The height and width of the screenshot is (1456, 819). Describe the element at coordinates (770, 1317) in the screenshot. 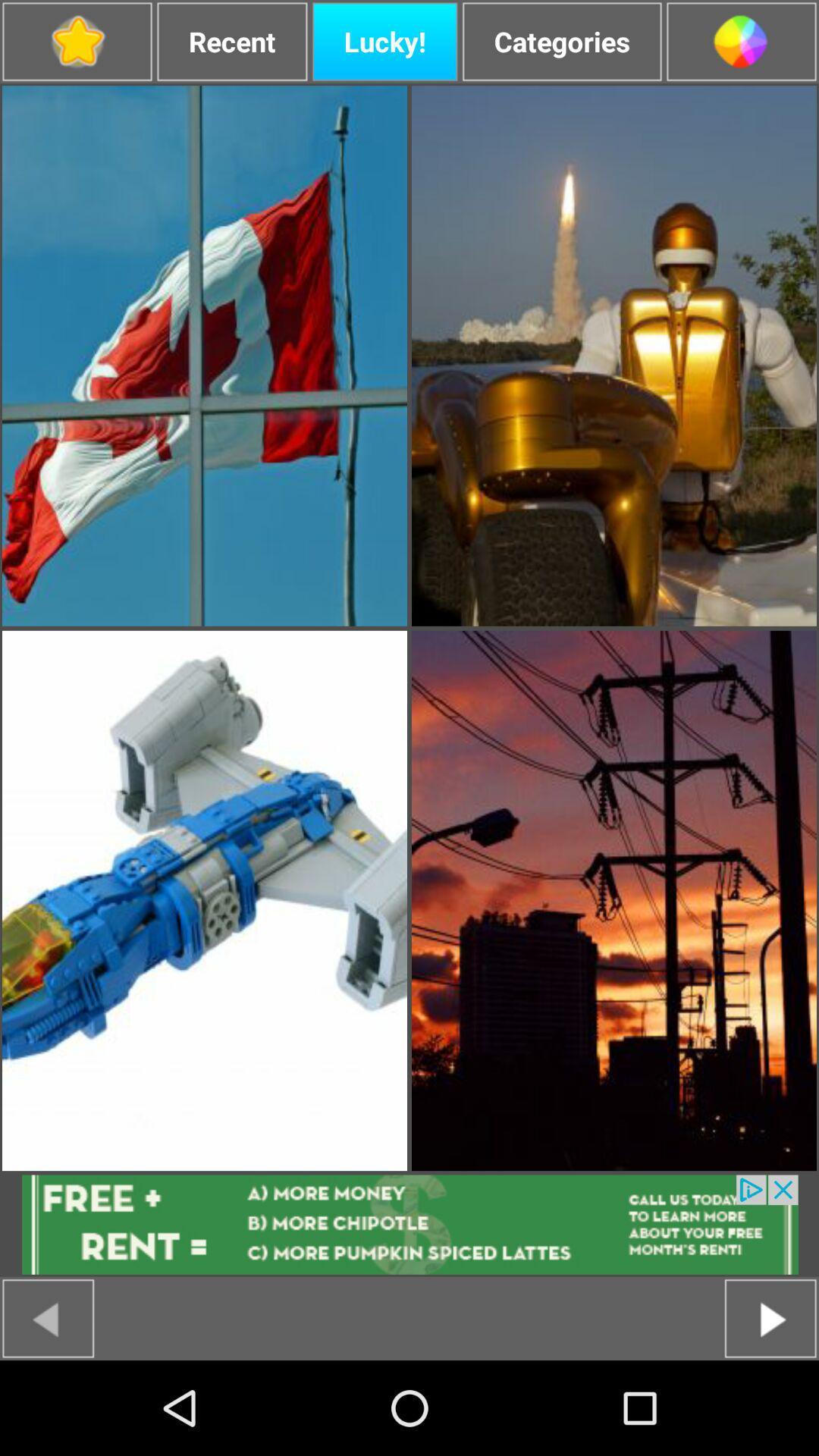

I see `the forward play button` at that location.